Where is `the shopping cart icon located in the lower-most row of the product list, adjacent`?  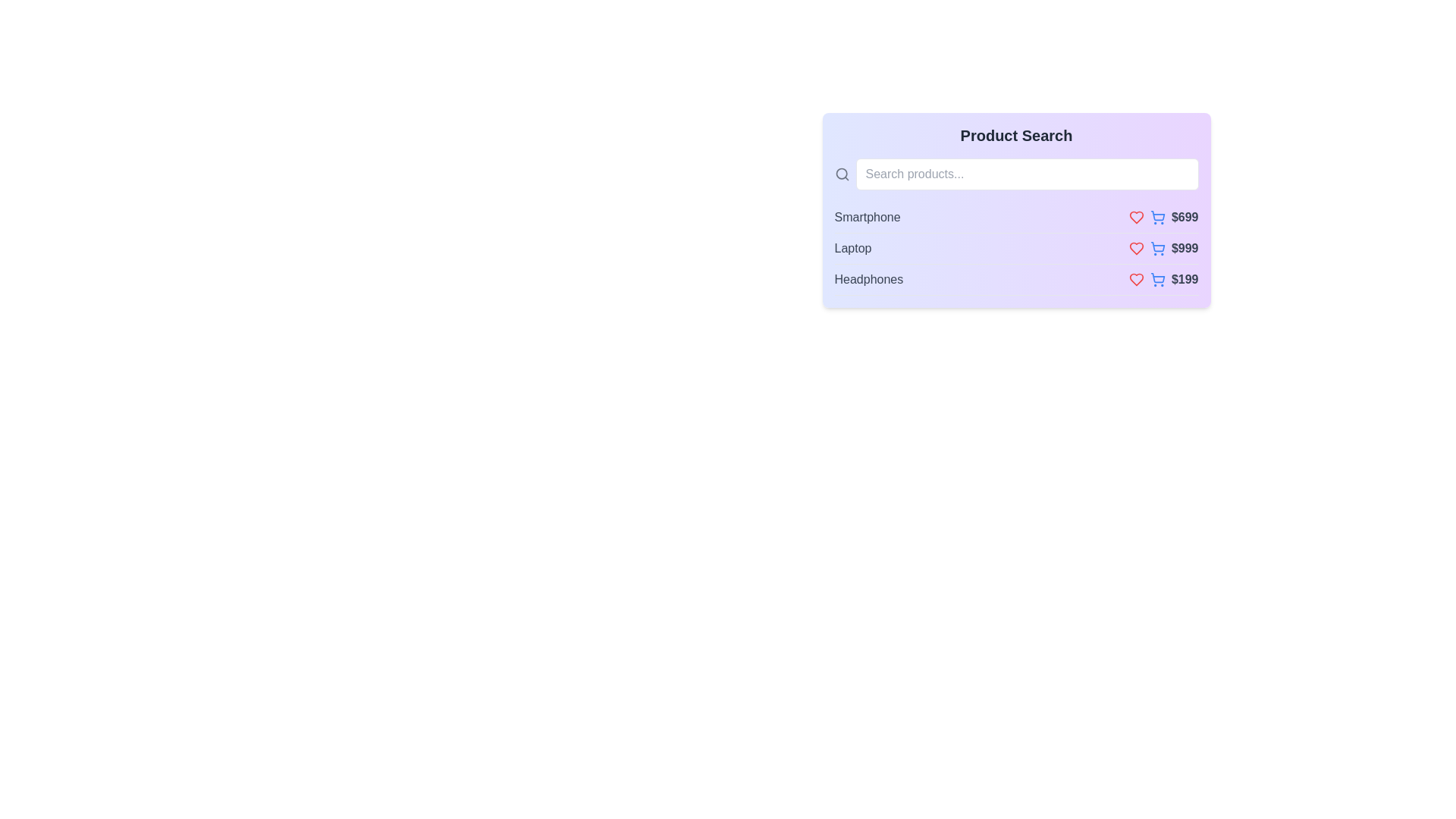
the shopping cart icon located in the lower-most row of the product list, adjacent is located at coordinates (1156, 278).